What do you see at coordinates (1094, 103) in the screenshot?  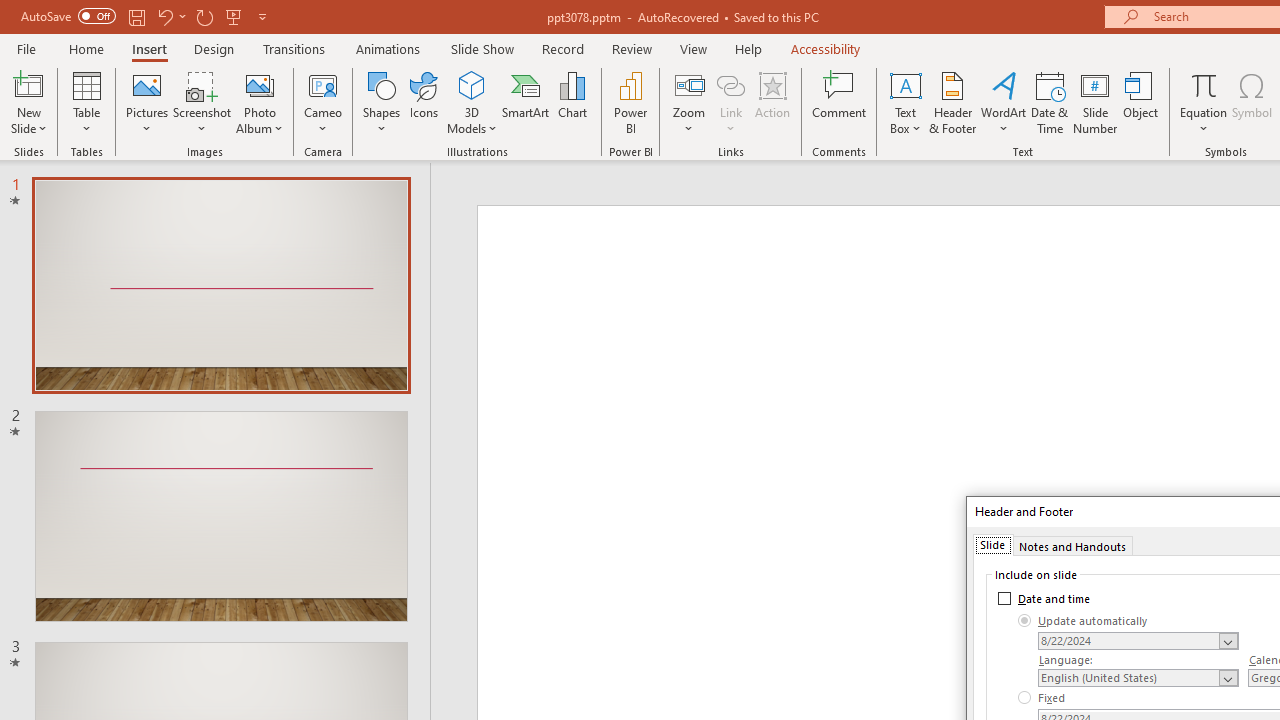 I see `'Slide Number'` at bounding box center [1094, 103].